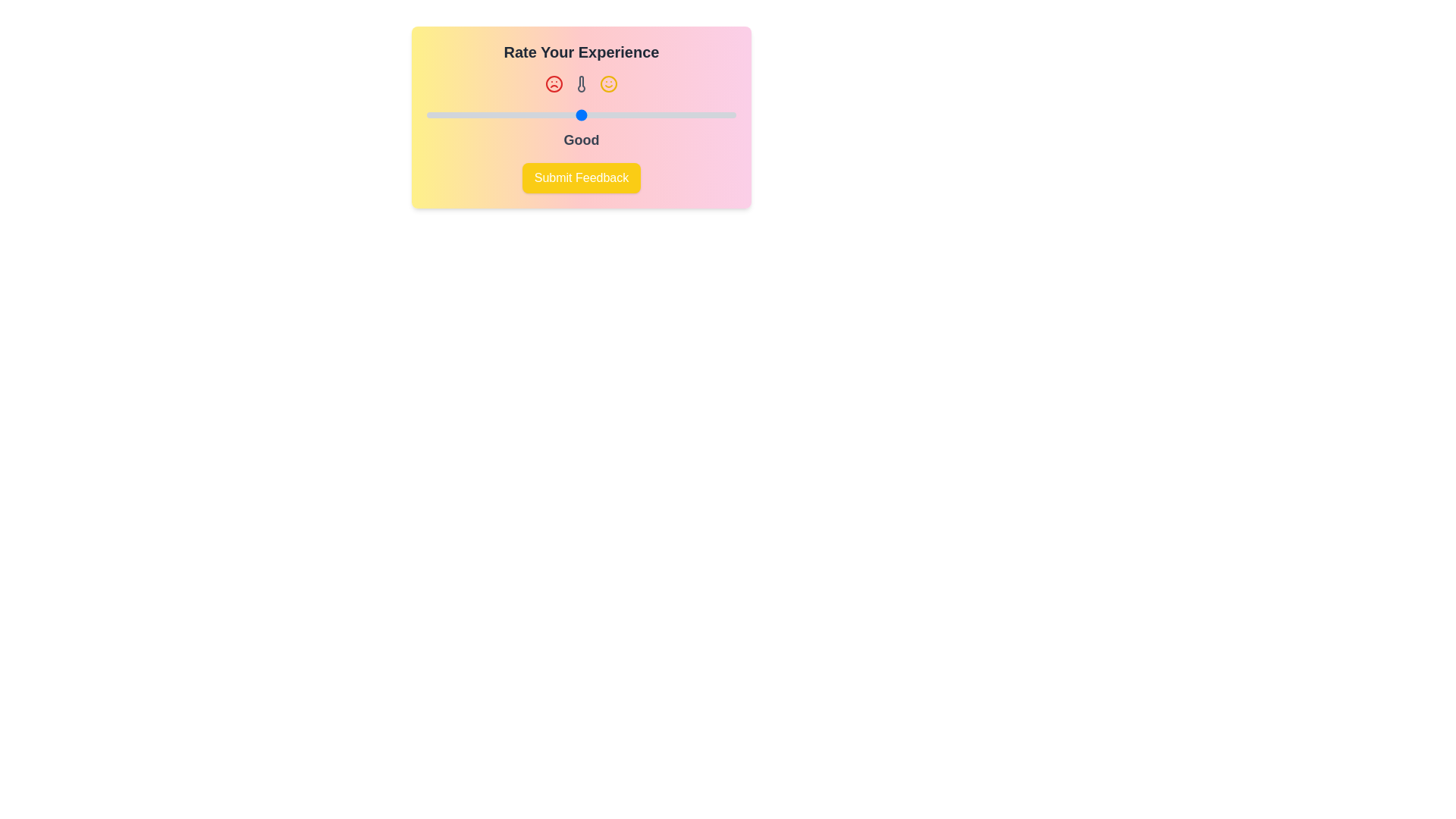 The height and width of the screenshot is (819, 1456). What do you see at coordinates (553, 84) in the screenshot?
I see `the Frown icon to observe its state` at bounding box center [553, 84].